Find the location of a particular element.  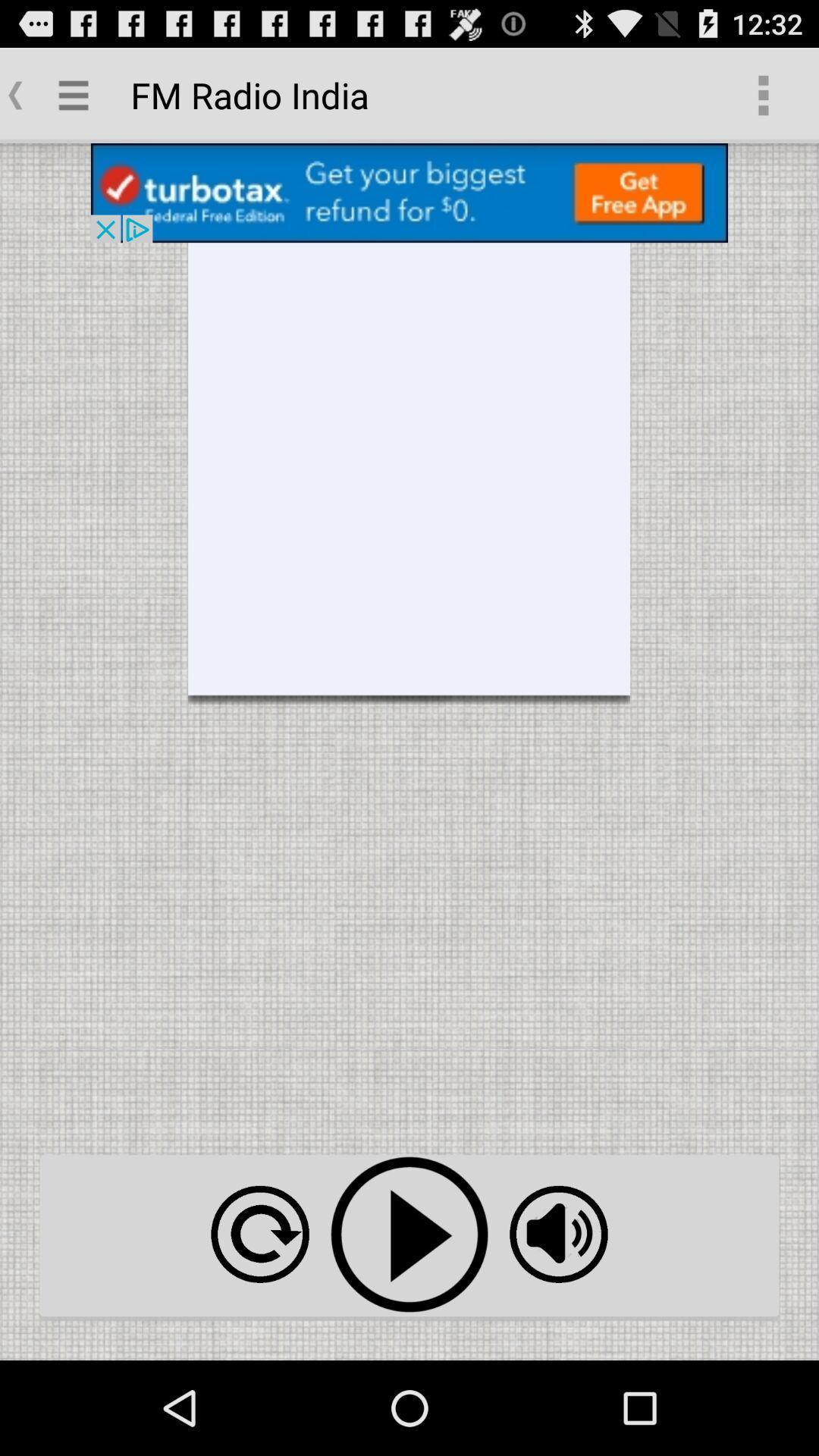

press the play button is located at coordinates (409, 1235).